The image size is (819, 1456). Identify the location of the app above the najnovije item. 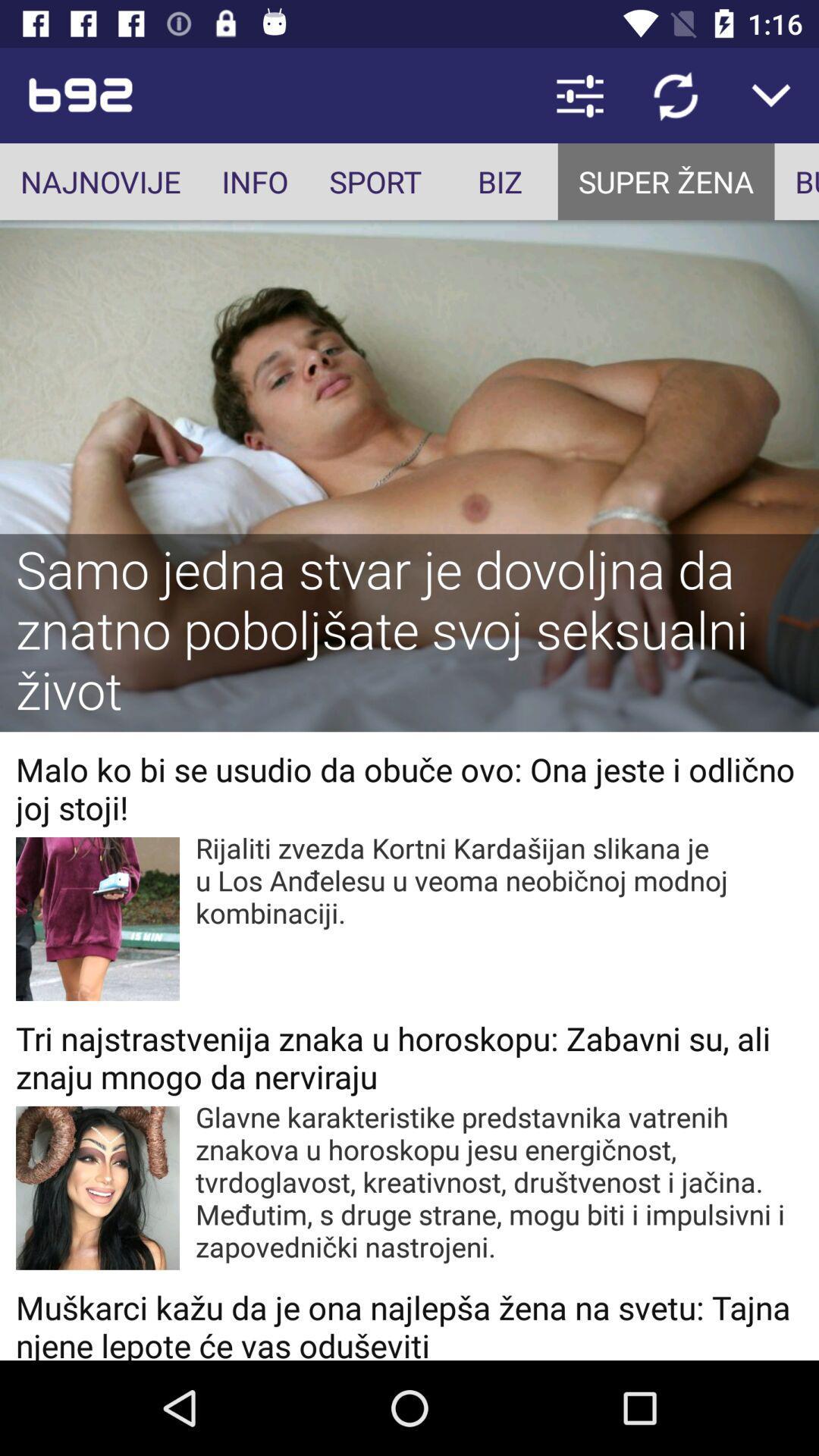
(162, 94).